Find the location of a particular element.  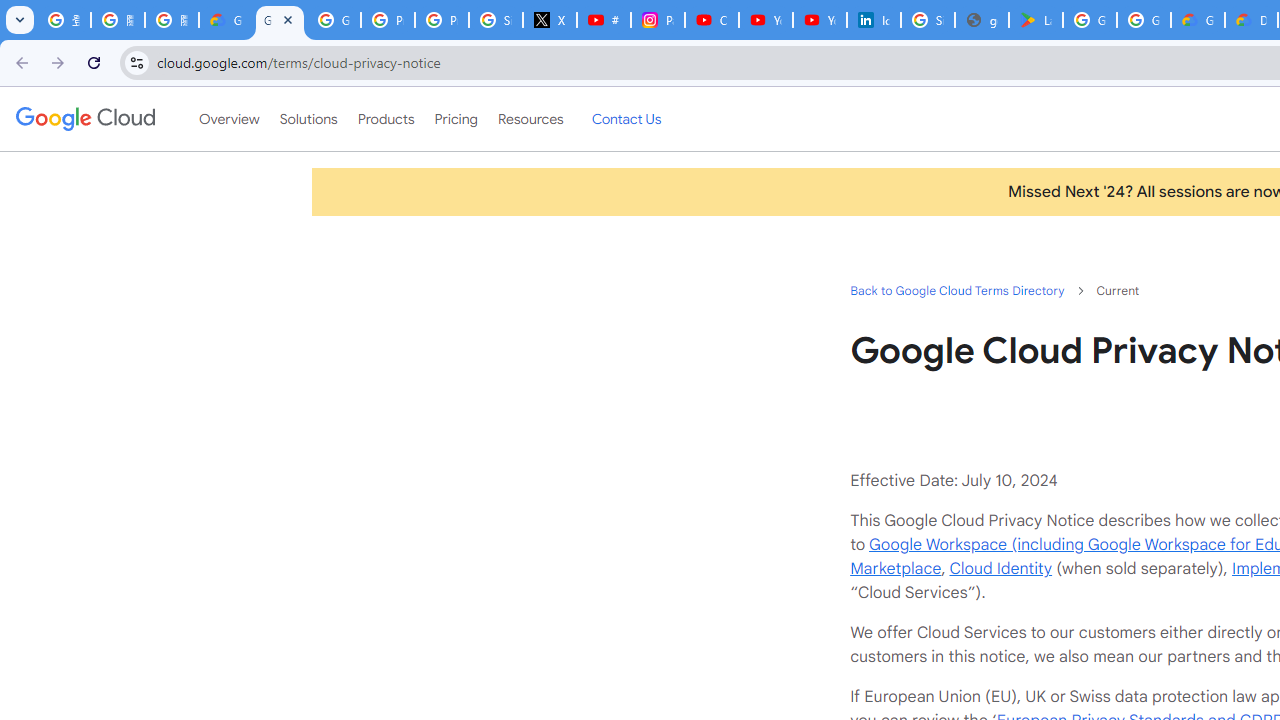

'YouTube Culture & Trends - YouTube Top 10, 2021' is located at coordinates (819, 20).